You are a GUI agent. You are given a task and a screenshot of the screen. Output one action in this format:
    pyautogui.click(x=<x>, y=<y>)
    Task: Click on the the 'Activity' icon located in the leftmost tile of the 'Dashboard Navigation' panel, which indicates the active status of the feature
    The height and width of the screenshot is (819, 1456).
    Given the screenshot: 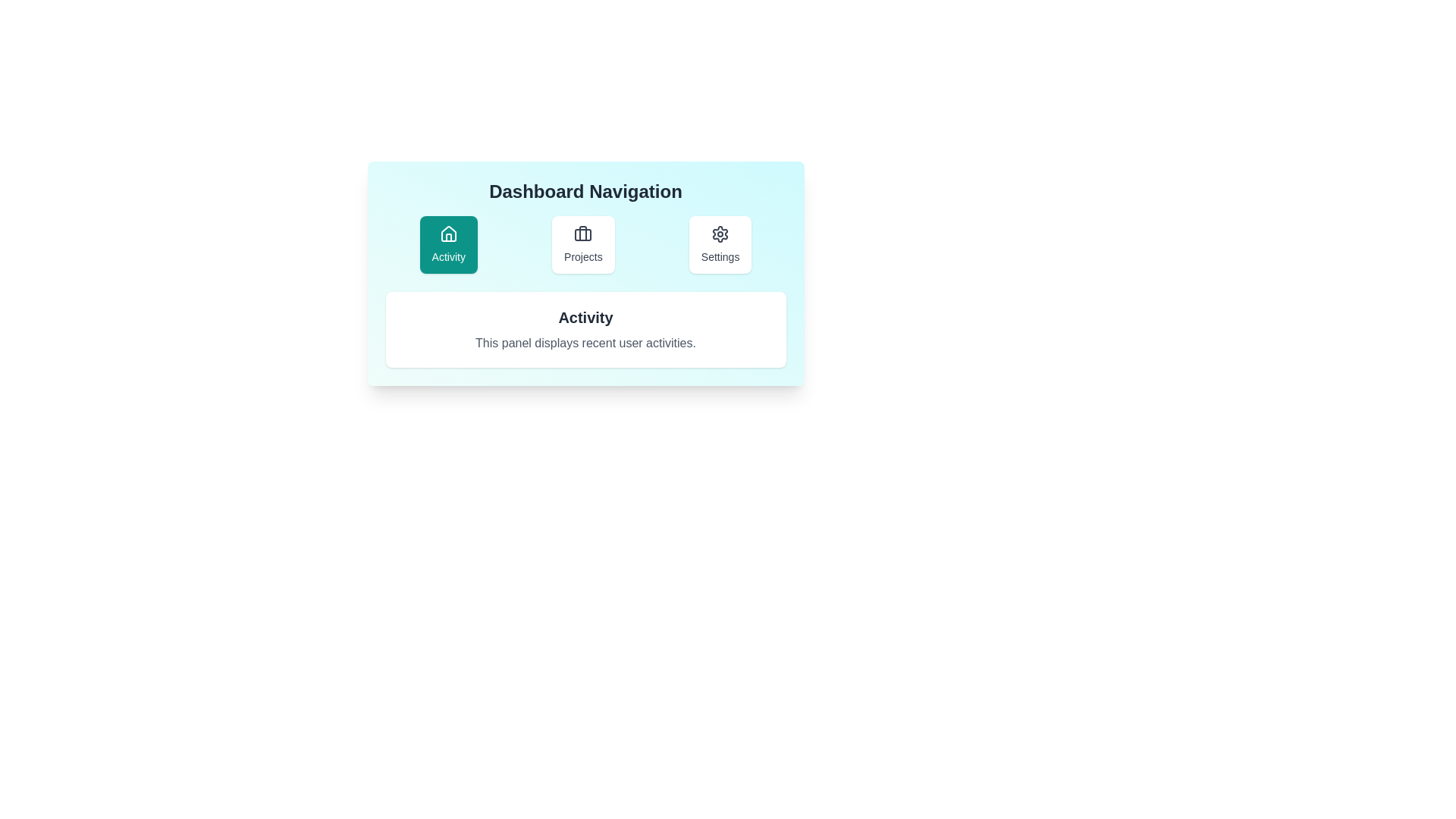 What is the action you would take?
    pyautogui.click(x=447, y=234)
    